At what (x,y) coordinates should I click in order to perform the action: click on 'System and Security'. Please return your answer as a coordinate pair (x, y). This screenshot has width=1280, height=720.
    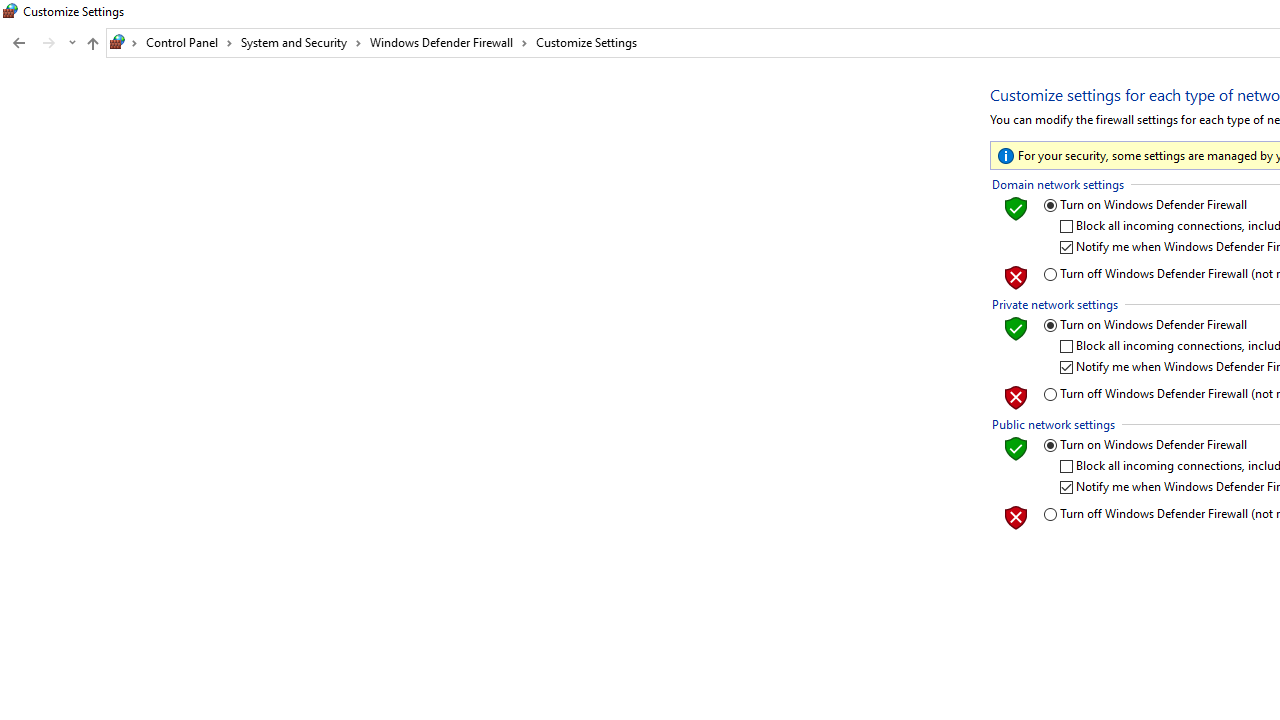
    Looking at the image, I should click on (300, 42).